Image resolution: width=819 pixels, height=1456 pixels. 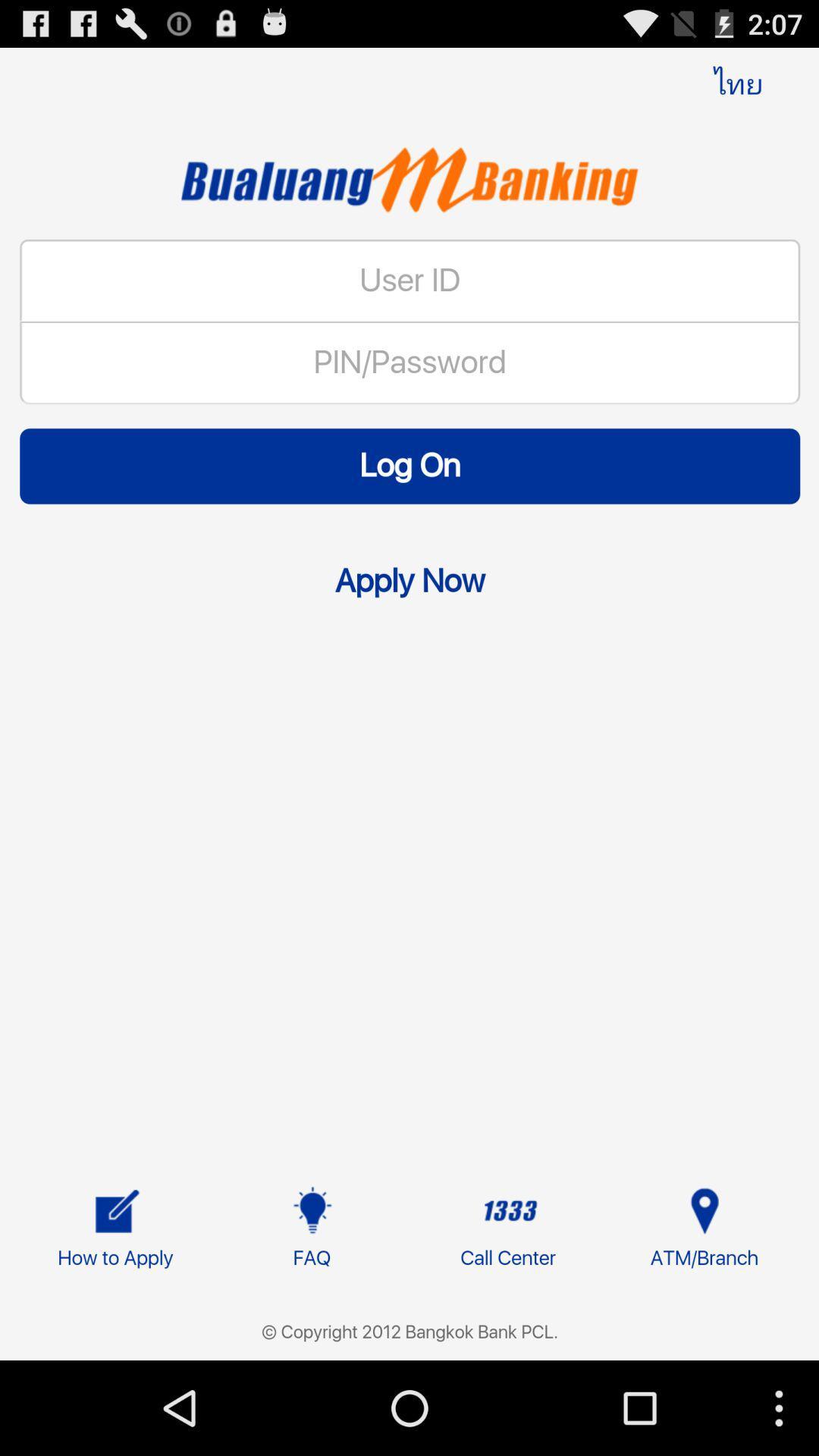 I want to click on setup banking page, so click(x=409, y=740).